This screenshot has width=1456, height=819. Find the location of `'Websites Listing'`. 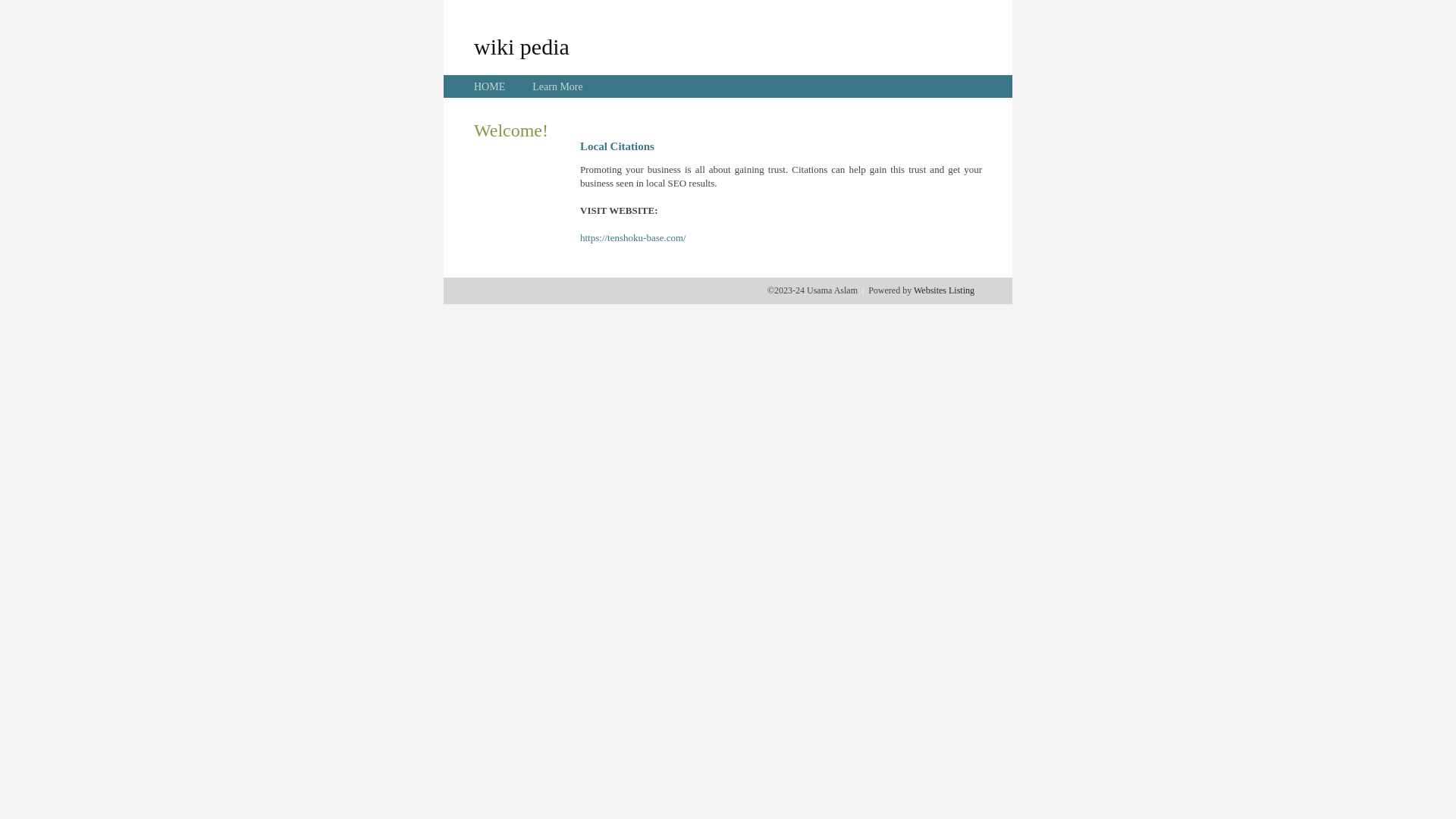

'Websites Listing' is located at coordinates (943, 290).